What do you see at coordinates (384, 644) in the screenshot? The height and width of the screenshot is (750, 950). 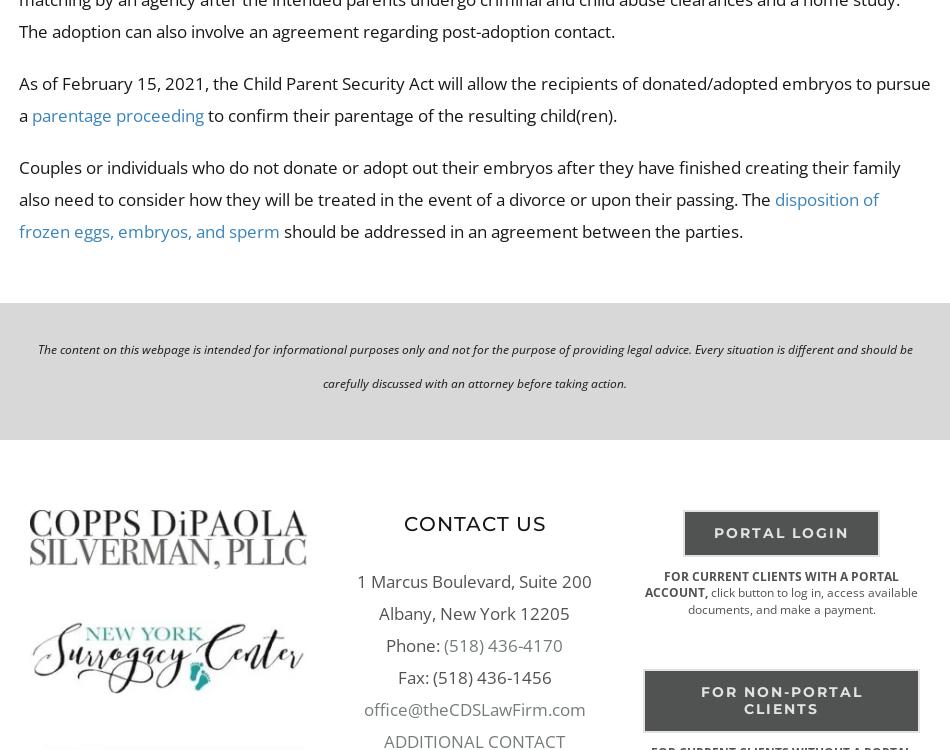 I see `'Phone:'` at bounding box center [384, 644].